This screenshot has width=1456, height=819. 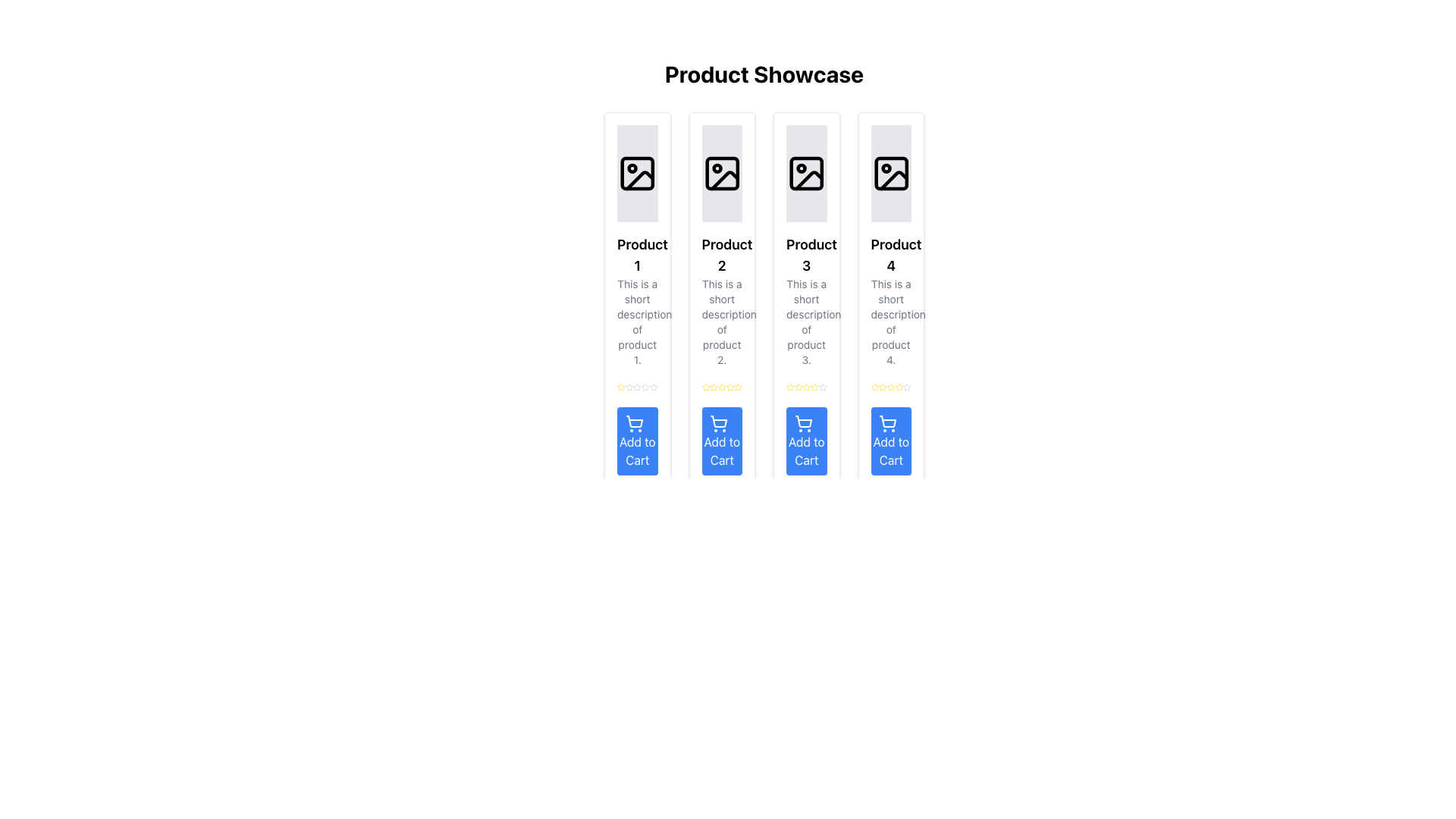 What do you see at coordinates (629, 386) in the screenshot?
I see `the second star-shaped icon in the rating section of the first product card, which is the leftmost card in the showcase` at bounding box center [629, 386].